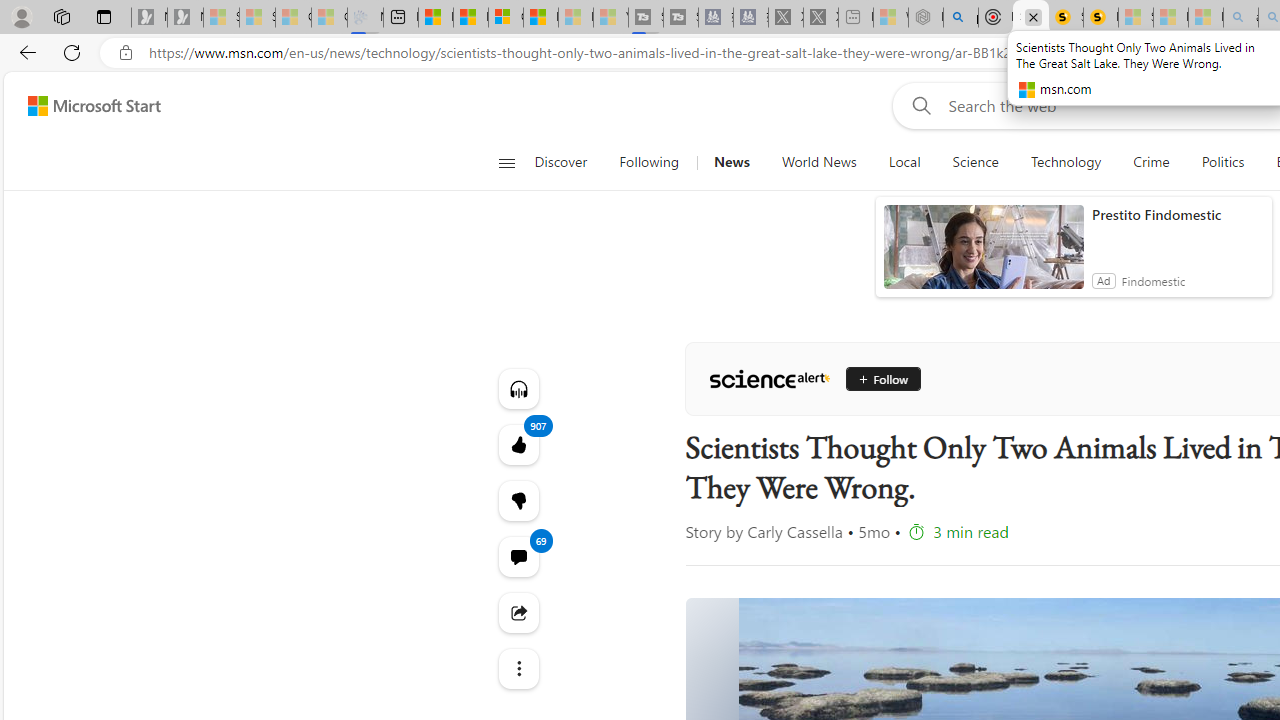  What do you see at coordinates (518, 668) in the screenshot?
I see `'See more'` at bounding box center [518, 668].